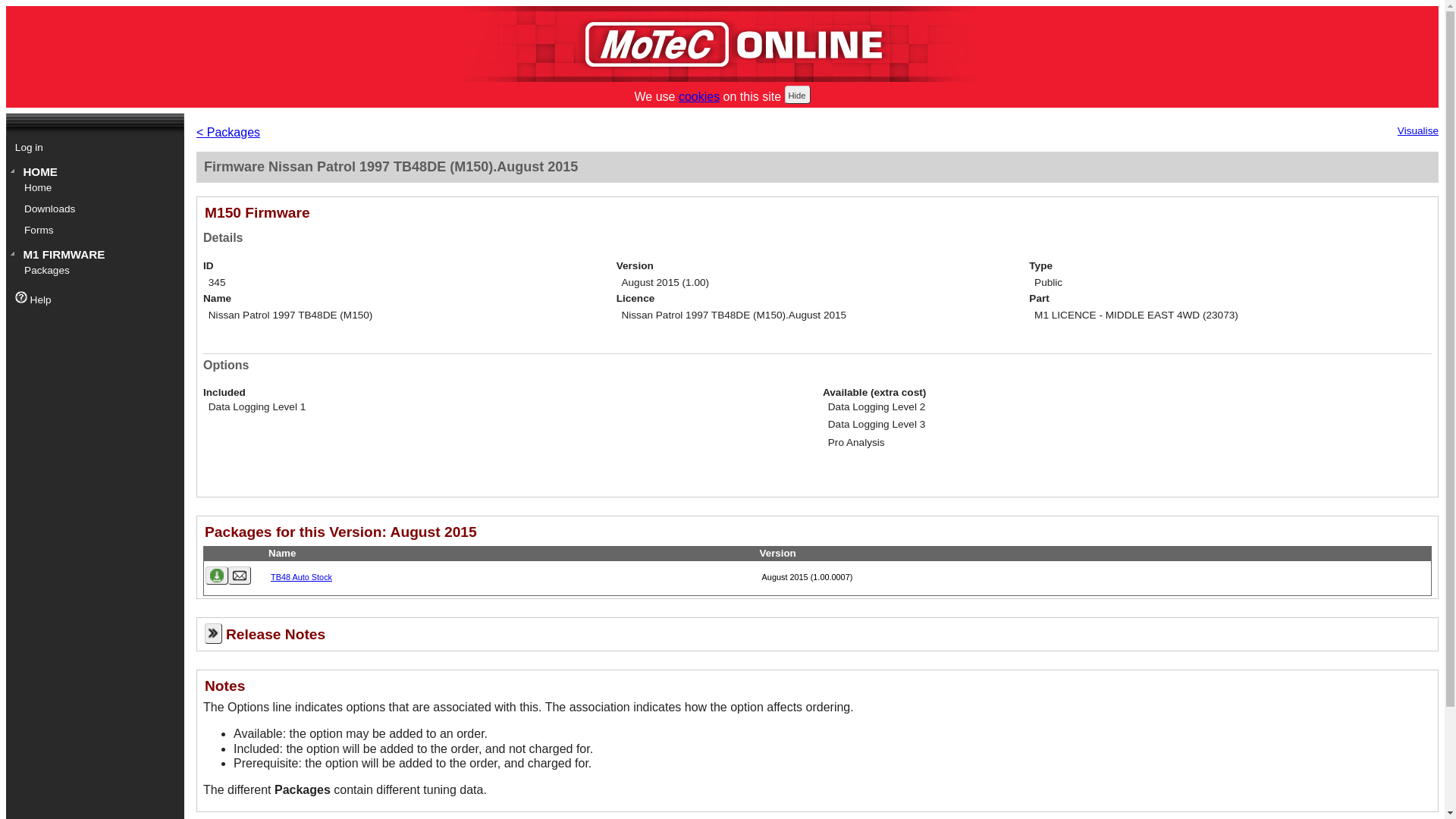  What do you see at coordinates (98, 209) in the screenshot?
I see `'Downloads'` at bounding box center [98, 209].